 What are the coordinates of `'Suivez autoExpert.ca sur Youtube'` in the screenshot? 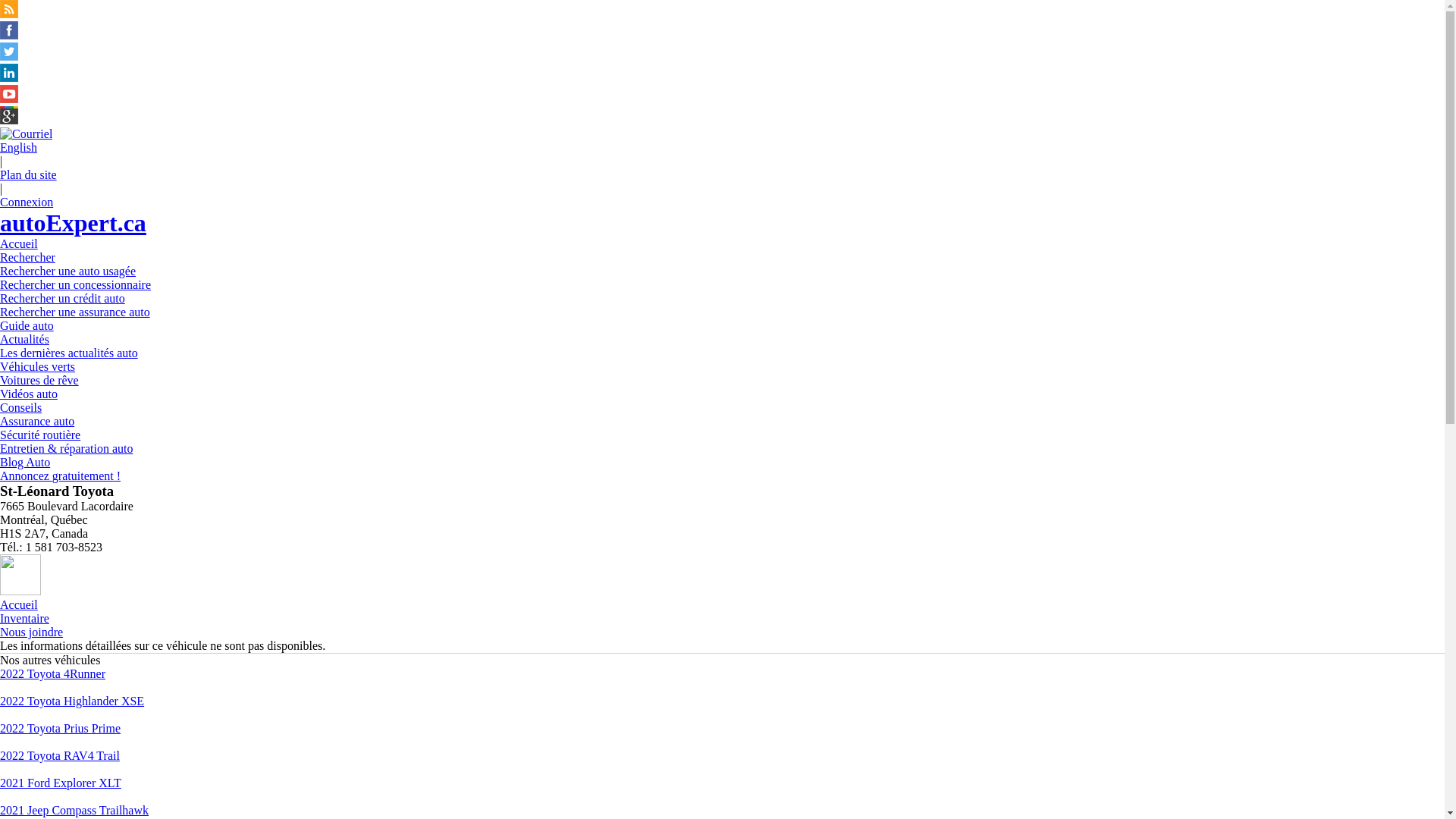 It's located at (9, 99).